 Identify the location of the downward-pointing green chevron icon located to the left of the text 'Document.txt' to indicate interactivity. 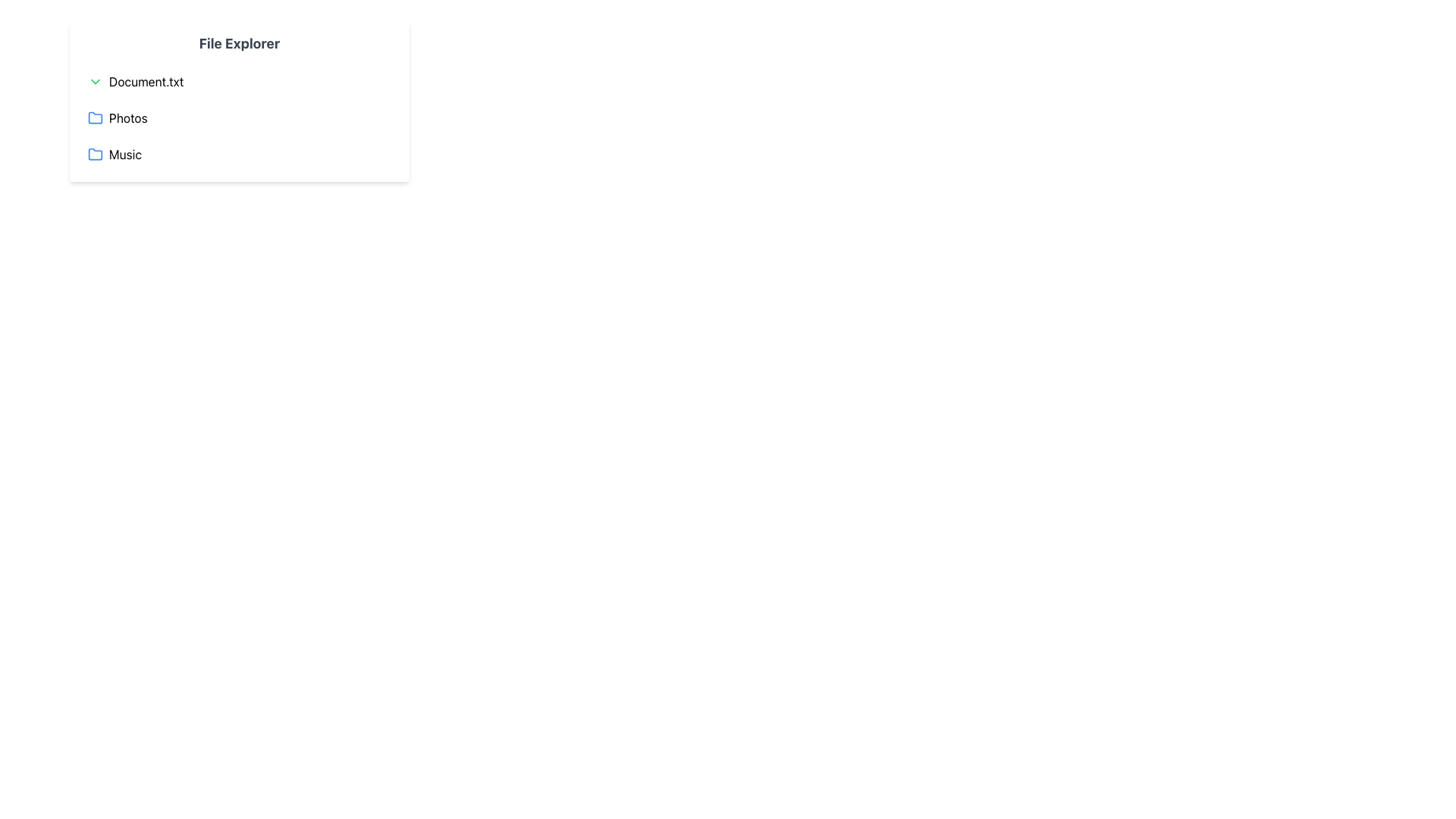
(94, 82).